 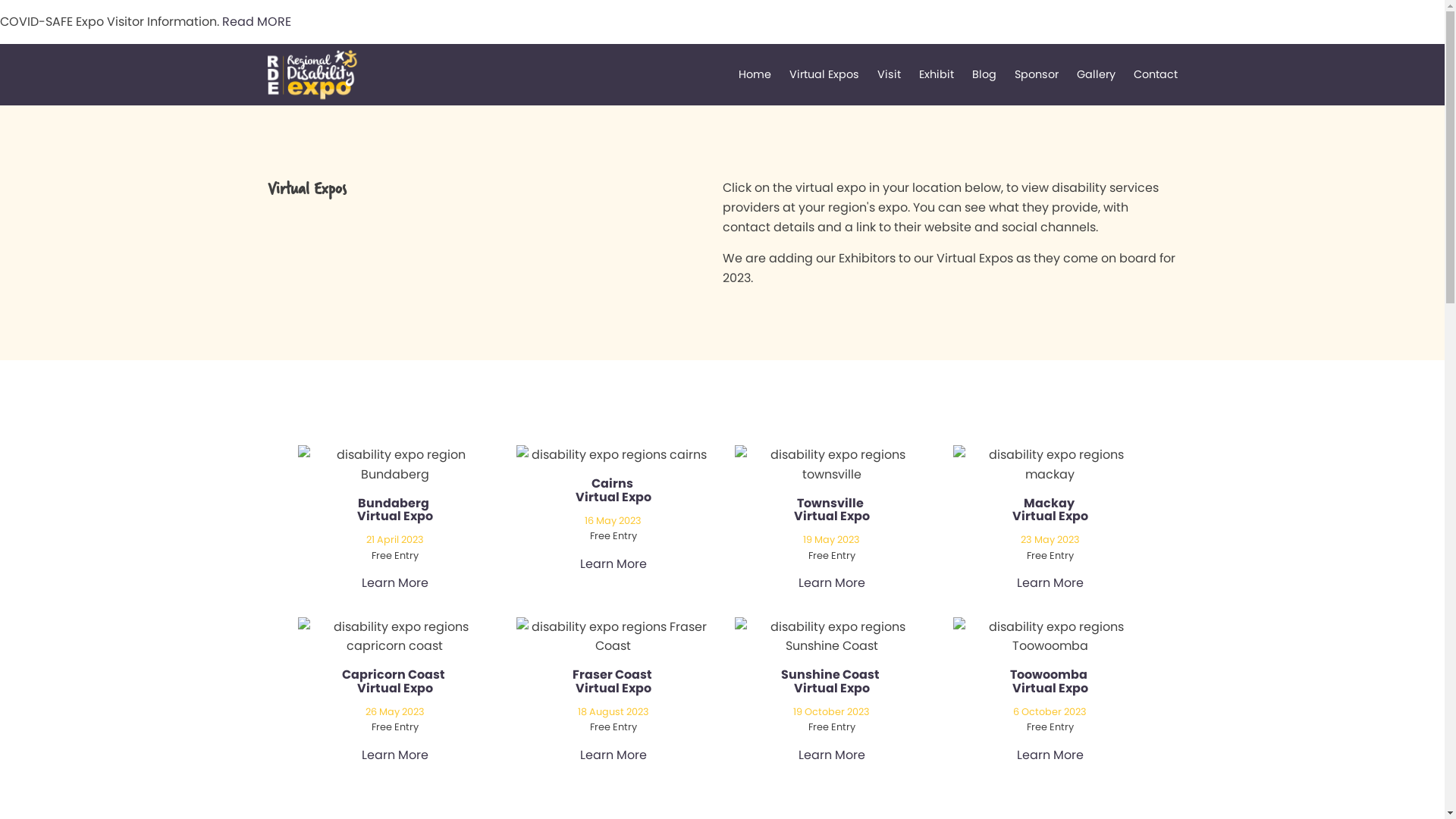 What do you see at coordinates (394, 582) in the screenshot?
I see `'Learn More'` at bounding box center [394, 582].